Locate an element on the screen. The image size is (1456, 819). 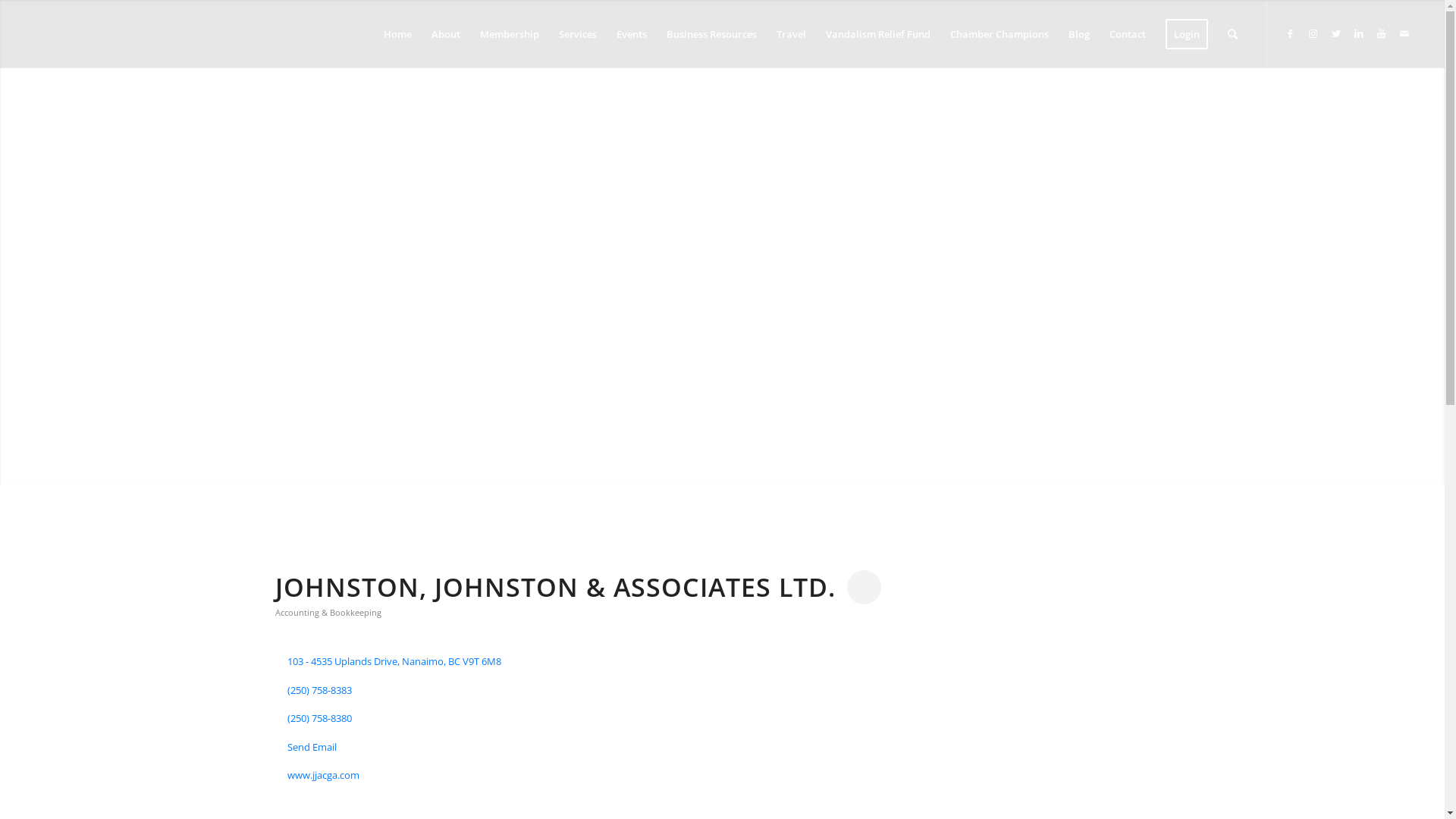
'Vandalism Relief Fund' is located at coordinates (814, 34).